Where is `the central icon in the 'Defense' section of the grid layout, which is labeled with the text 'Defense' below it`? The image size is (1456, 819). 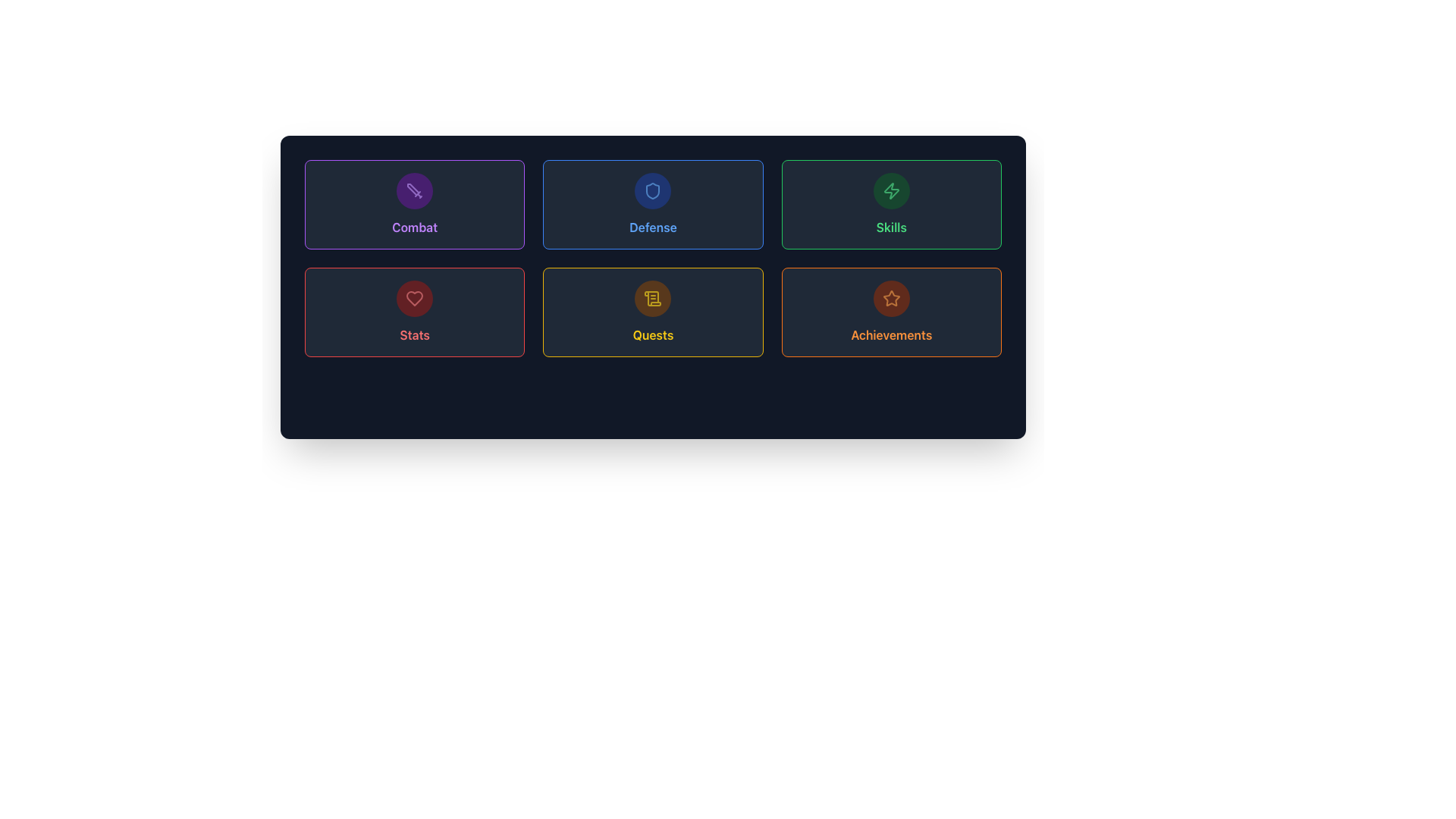
the central icon in the 'Defense' section of the grid layout, which is labeled with the text 'Defense' below it is located at coordinates (653, 190).